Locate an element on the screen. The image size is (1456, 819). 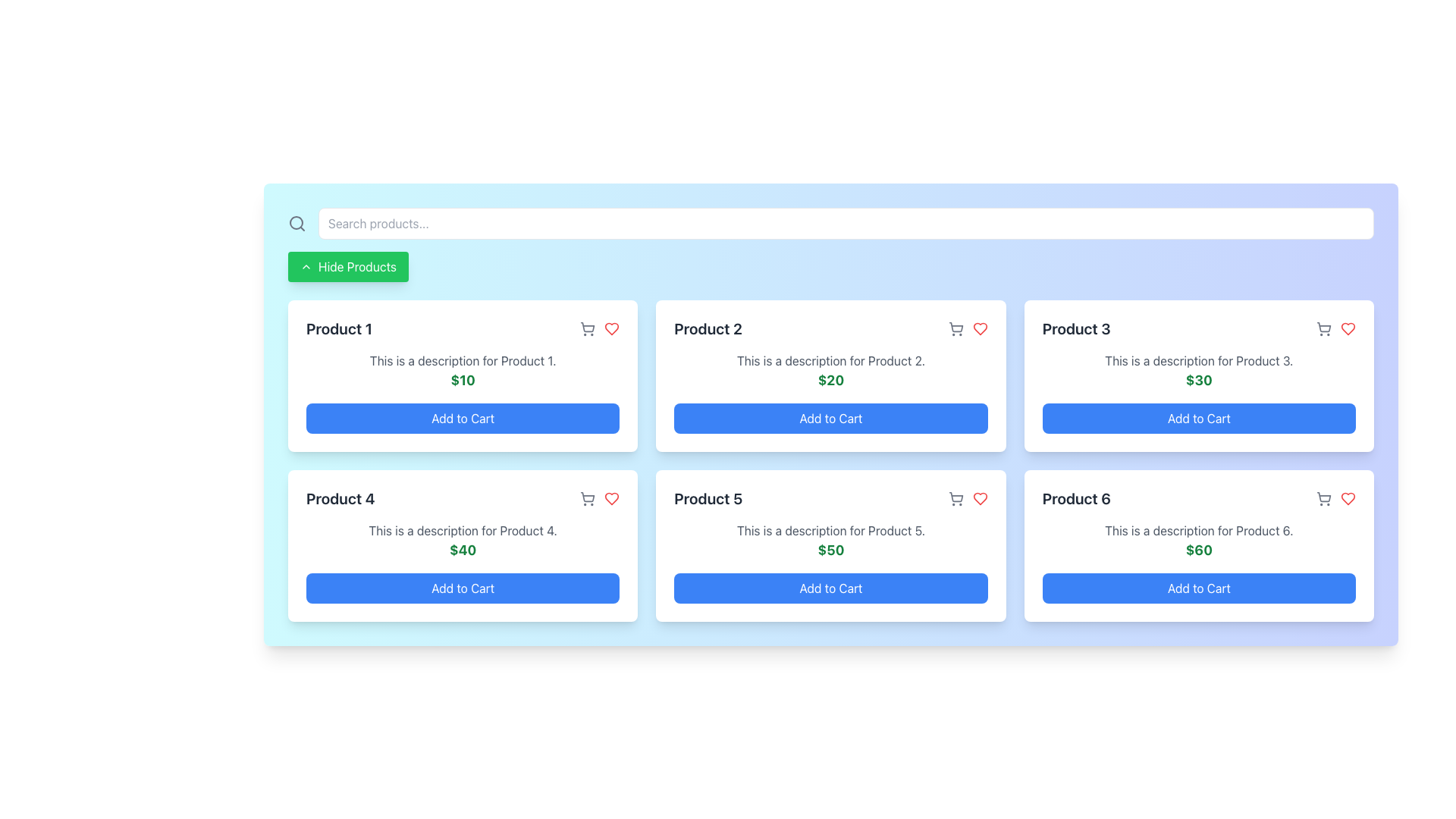
the second icon from the right, which serves as a favorite button to mark the product as a favorite is located at coordinates (611, 328).